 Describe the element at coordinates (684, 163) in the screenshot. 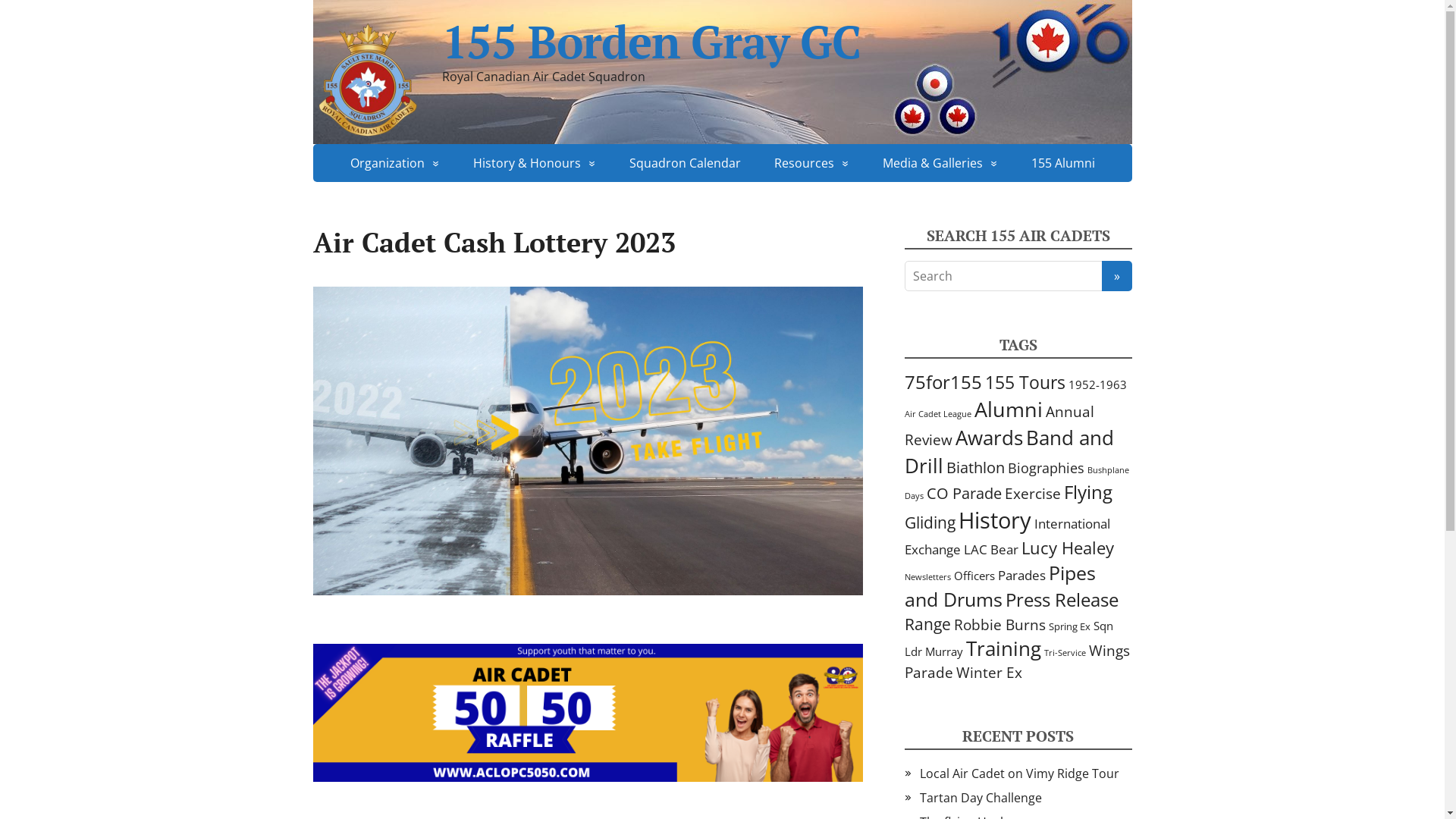

I see `'Squadron Calendar'` at that location.